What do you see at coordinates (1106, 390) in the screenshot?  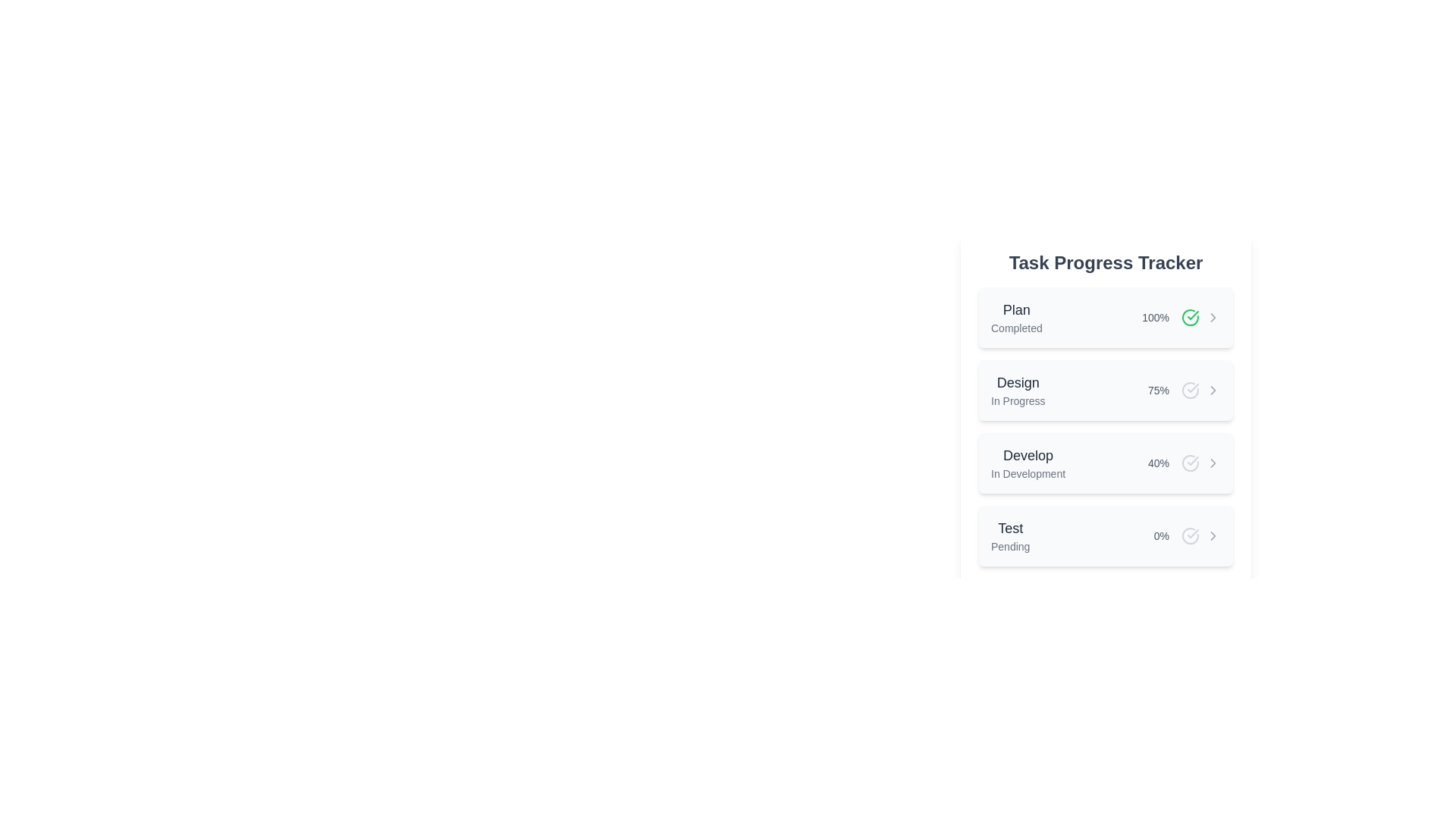 I see `the Status card representing the progress tracker for the 'Design' phase, which is located between the 'Plan - Completed' card and the 'Develop - In Development' card` at bounding box center [1106, 390].